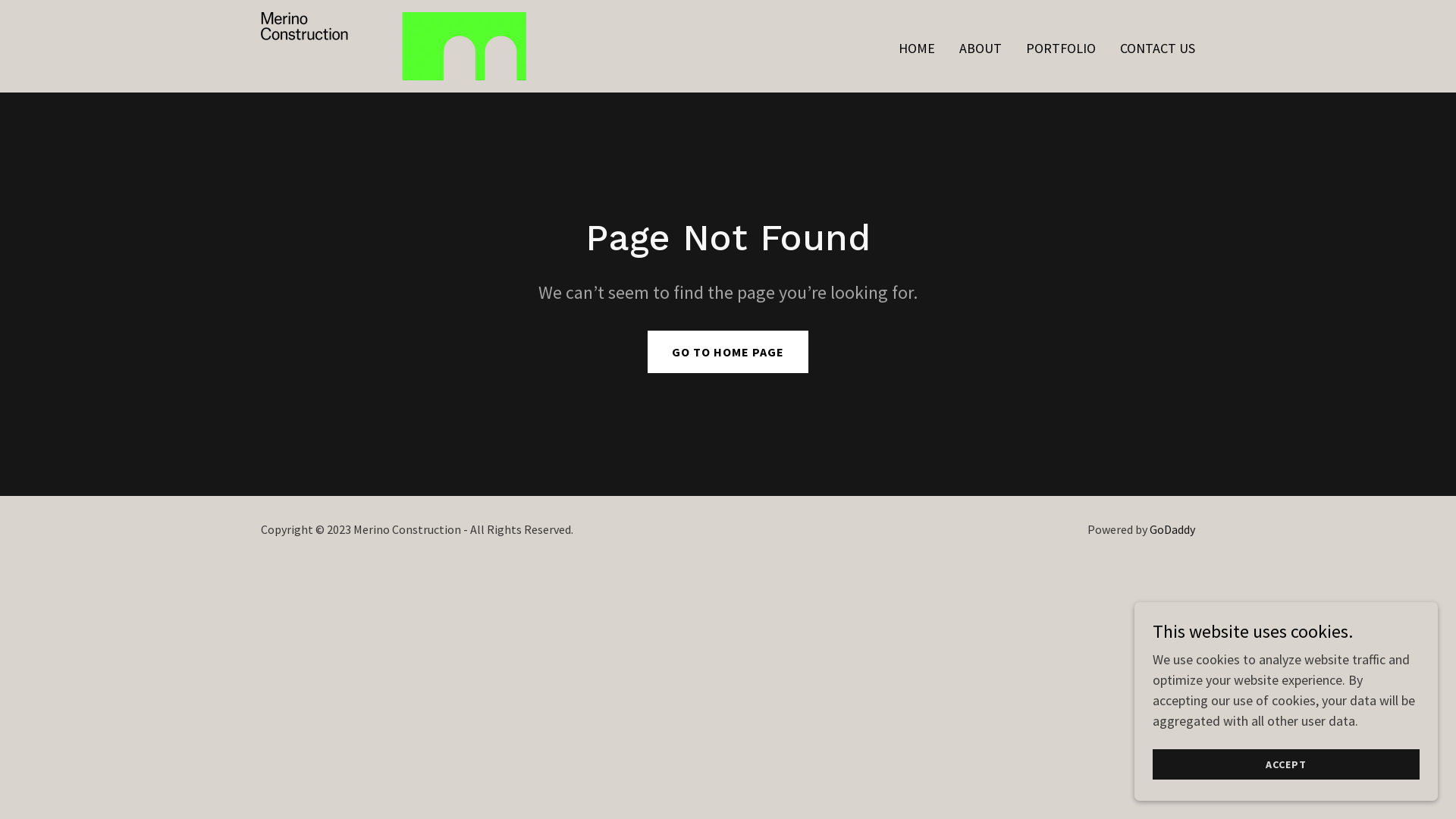  Describe the element at coordinates (1285, 764) in the screenshot. I see `'ACCEPT'` at that location.